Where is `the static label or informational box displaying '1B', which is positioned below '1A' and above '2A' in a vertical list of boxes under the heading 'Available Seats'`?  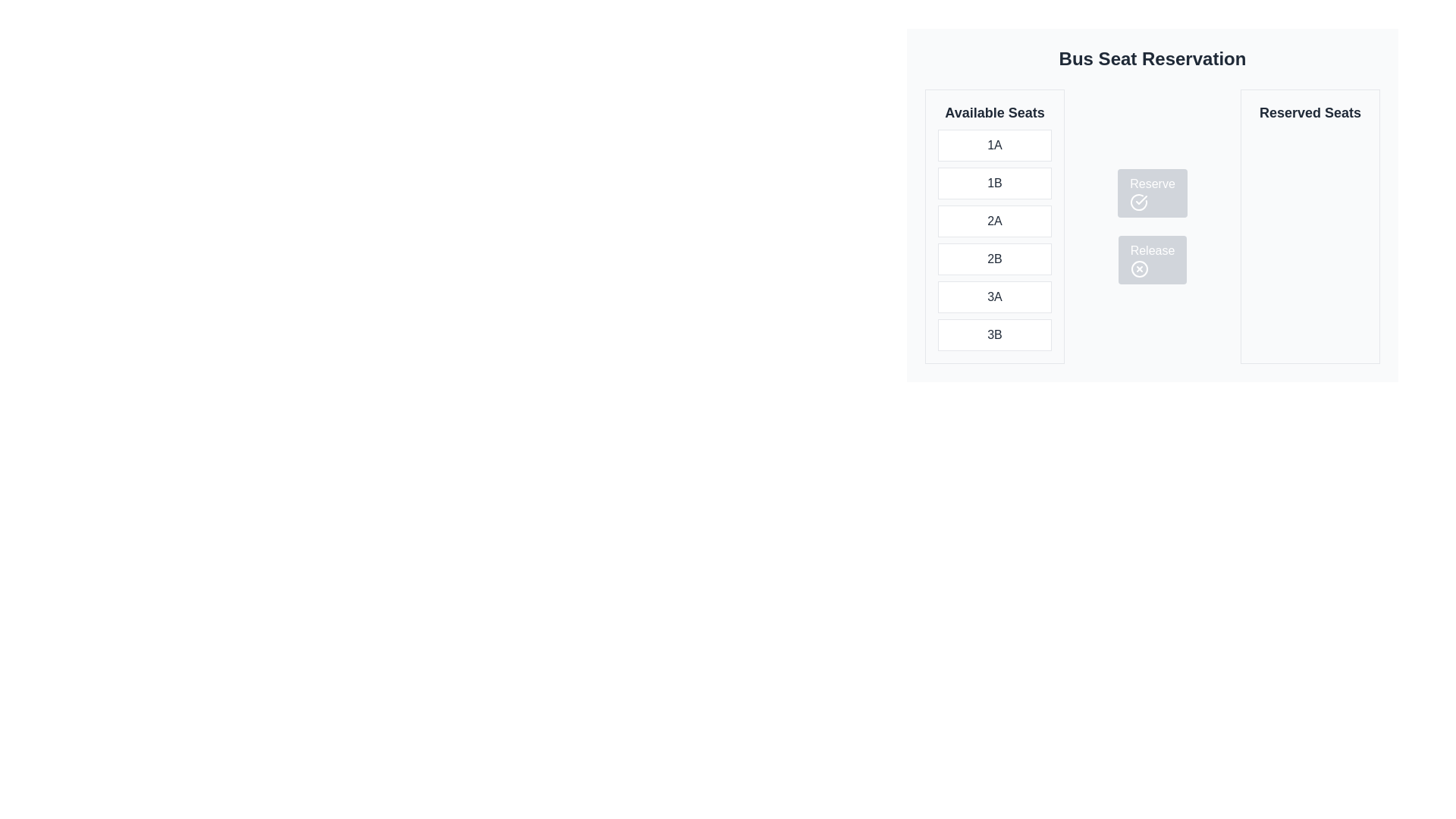
the static label or informational box displaying '1B', which is positioned below '1A' and above '2A' in a vertical list of boxes under the heading 'Available Seats' is located at coordinates (994, 183).